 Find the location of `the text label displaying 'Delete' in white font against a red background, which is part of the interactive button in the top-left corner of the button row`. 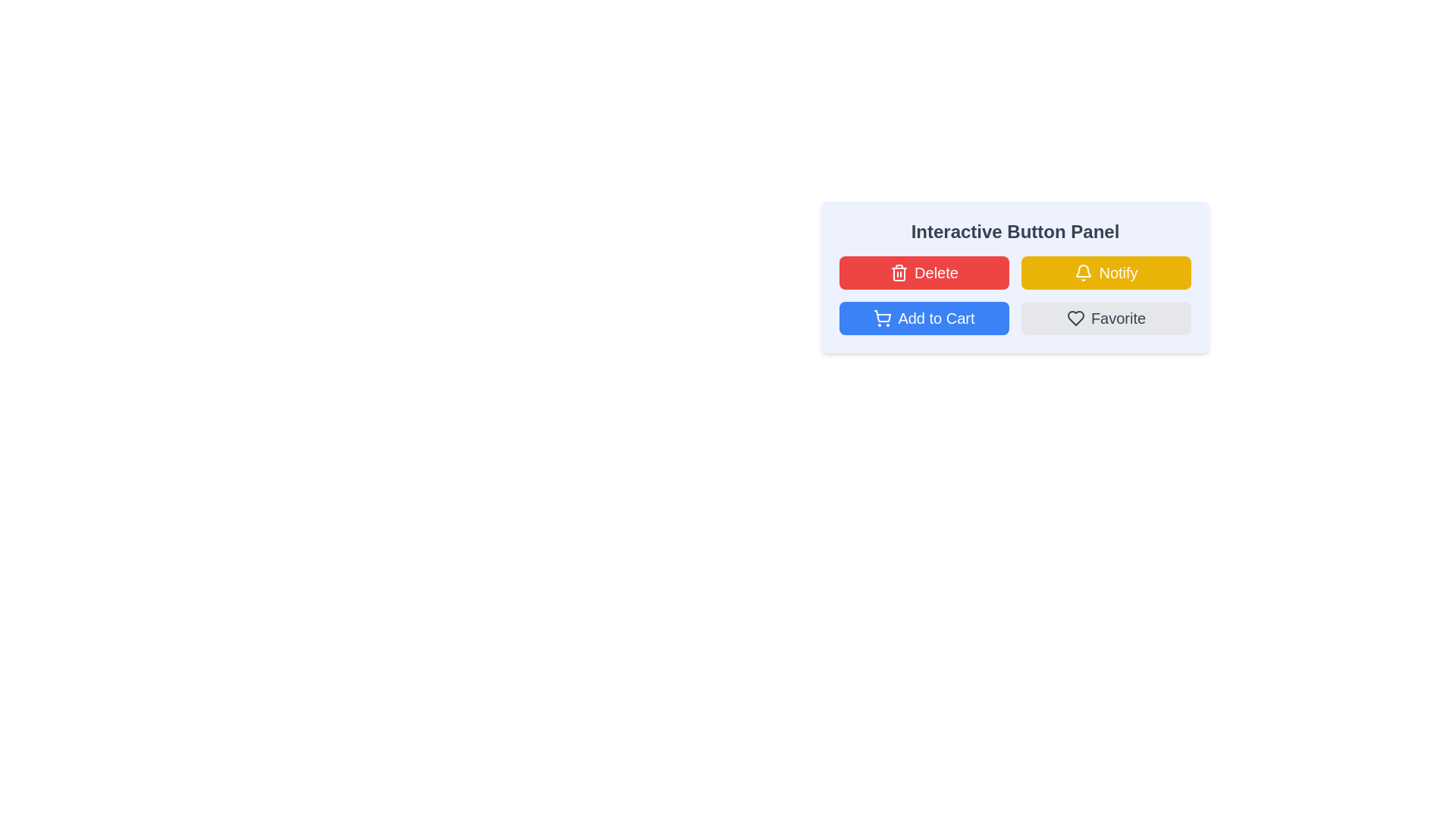

the text label displaying 'Delete' in white font against a red background, which is part of the interactive button in the top-left corner of the button row is located at coordinates (935, 271).